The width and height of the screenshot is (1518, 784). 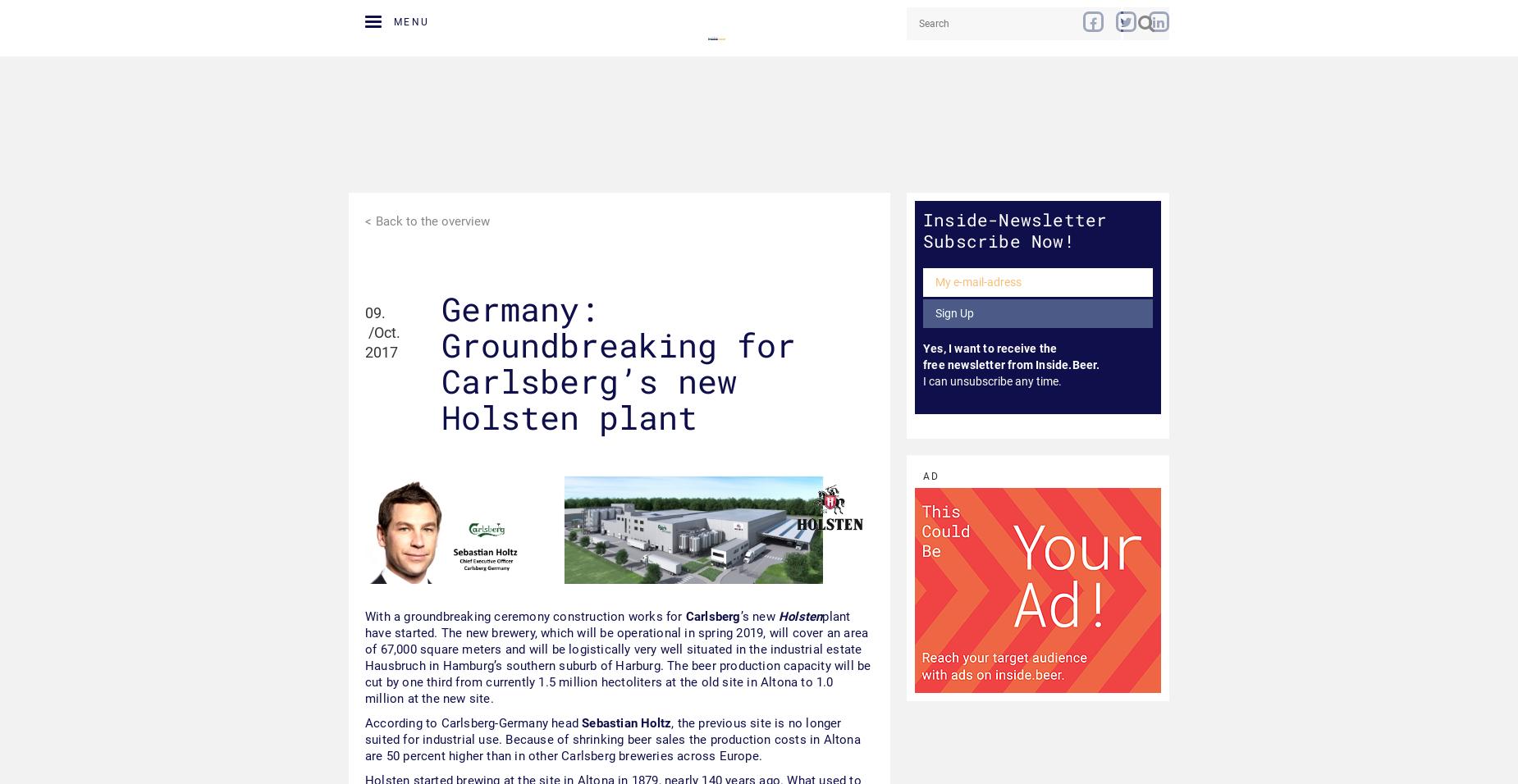 I want to click on 'Sebastian Holtz', so click(x=581, y=722).